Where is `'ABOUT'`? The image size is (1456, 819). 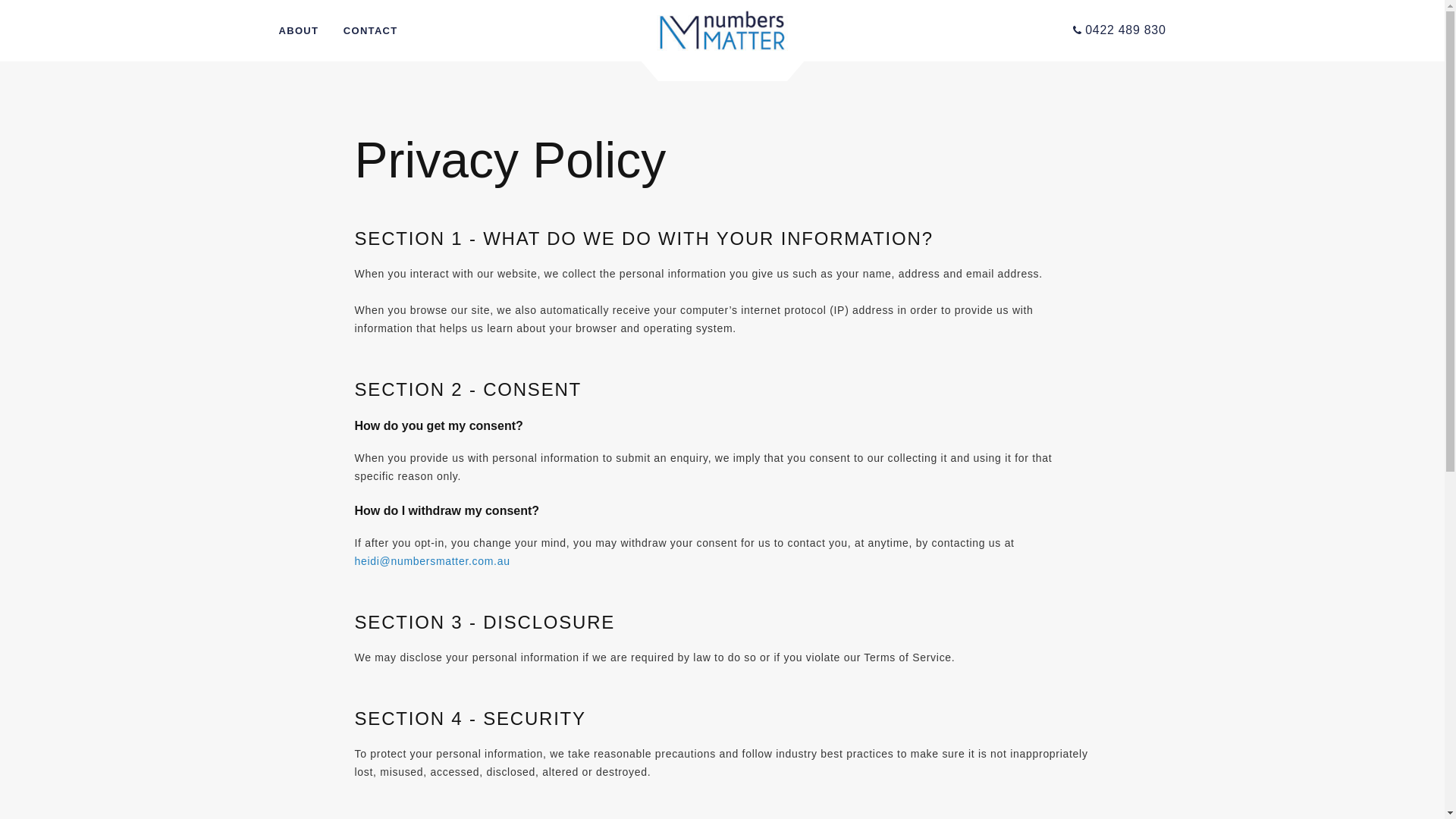 'ABOUT' is located at coordinates (299, 31).